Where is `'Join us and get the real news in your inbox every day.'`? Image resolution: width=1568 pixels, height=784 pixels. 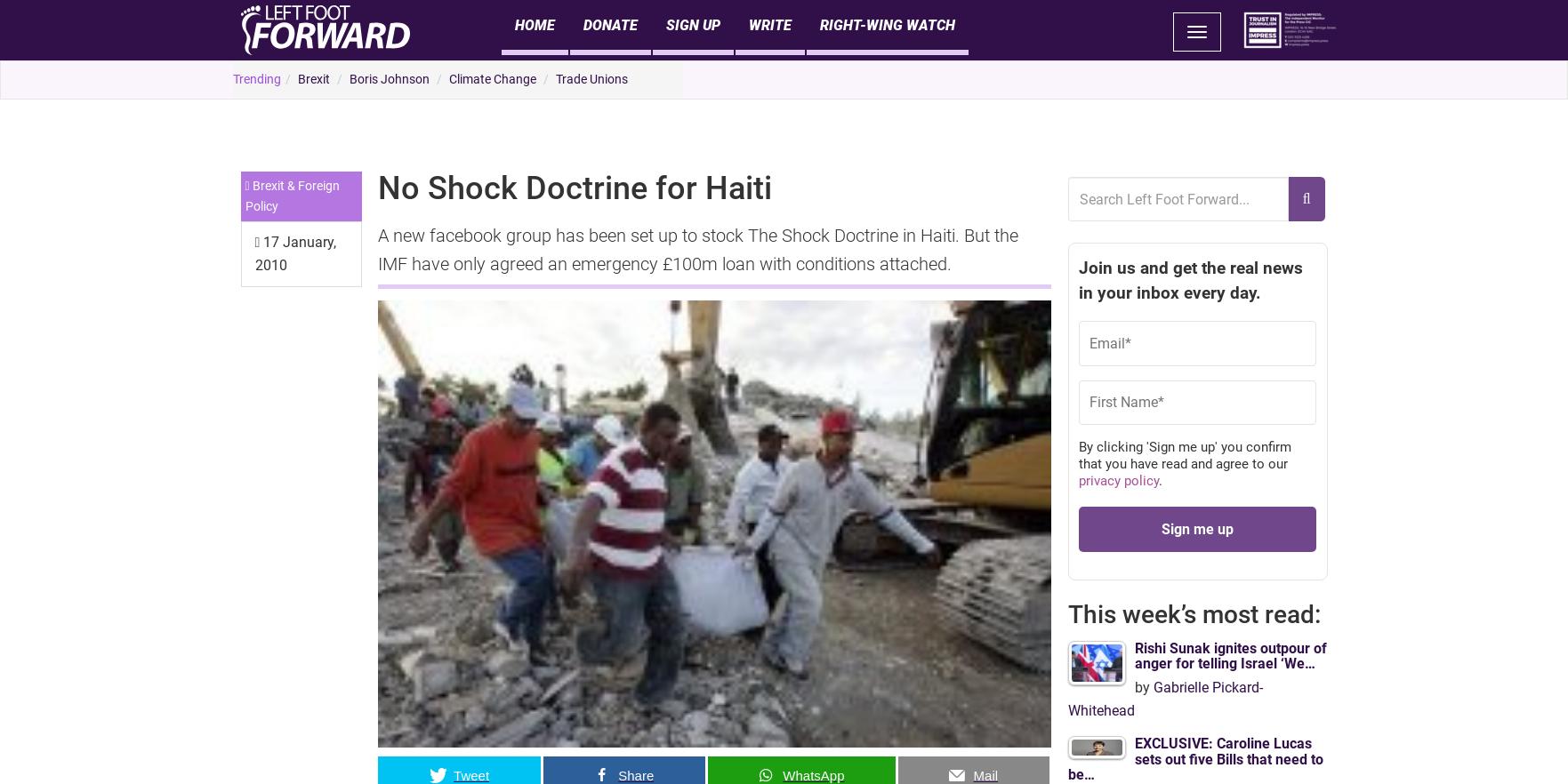
'Join us and get the real news in your inbox every day.' is located at coordinates (1188, 281).